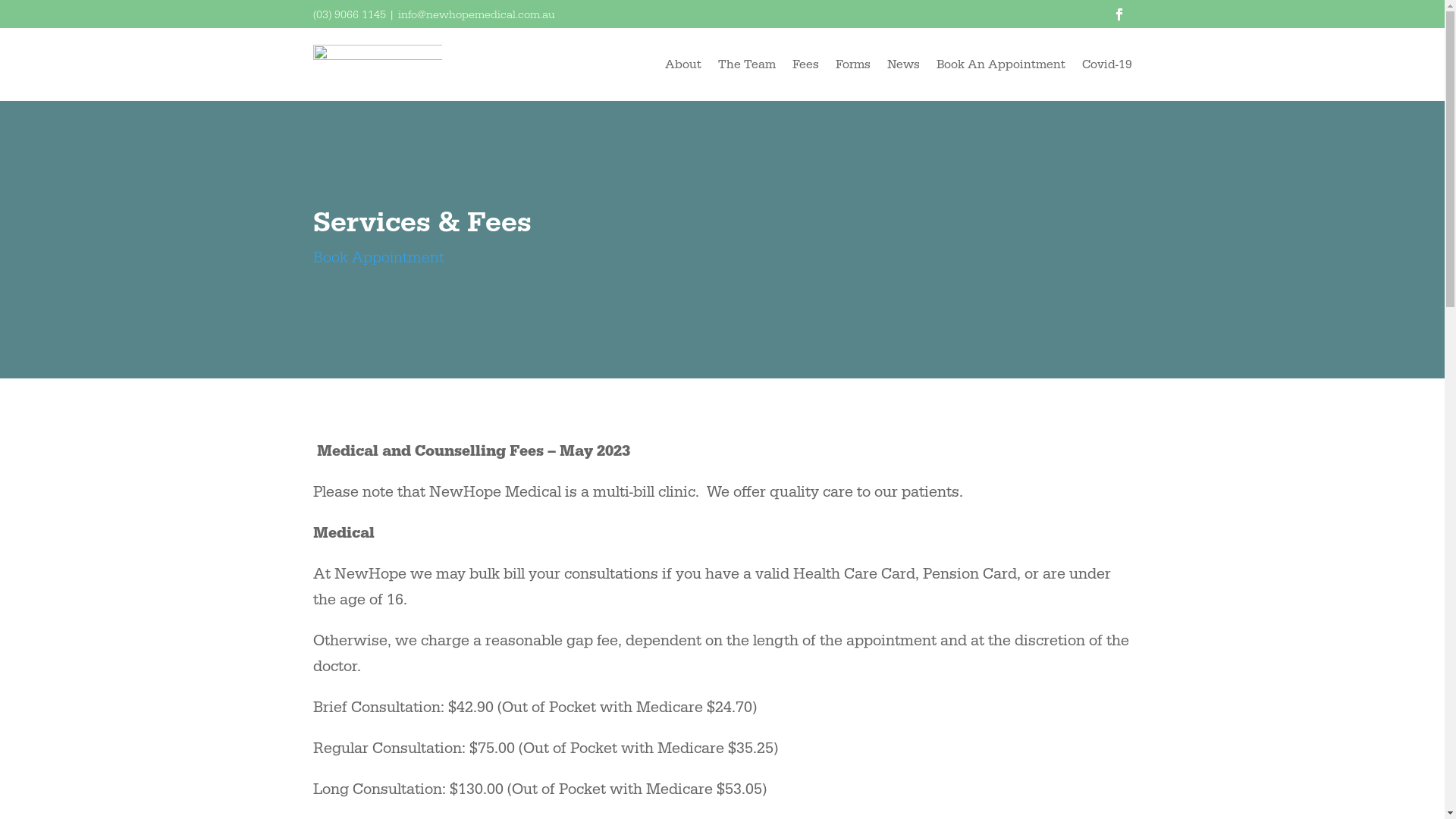 The width and height of the screenshot is (1456, 819). I want to click on 'Follow on Facebook', so click(1119, 14).